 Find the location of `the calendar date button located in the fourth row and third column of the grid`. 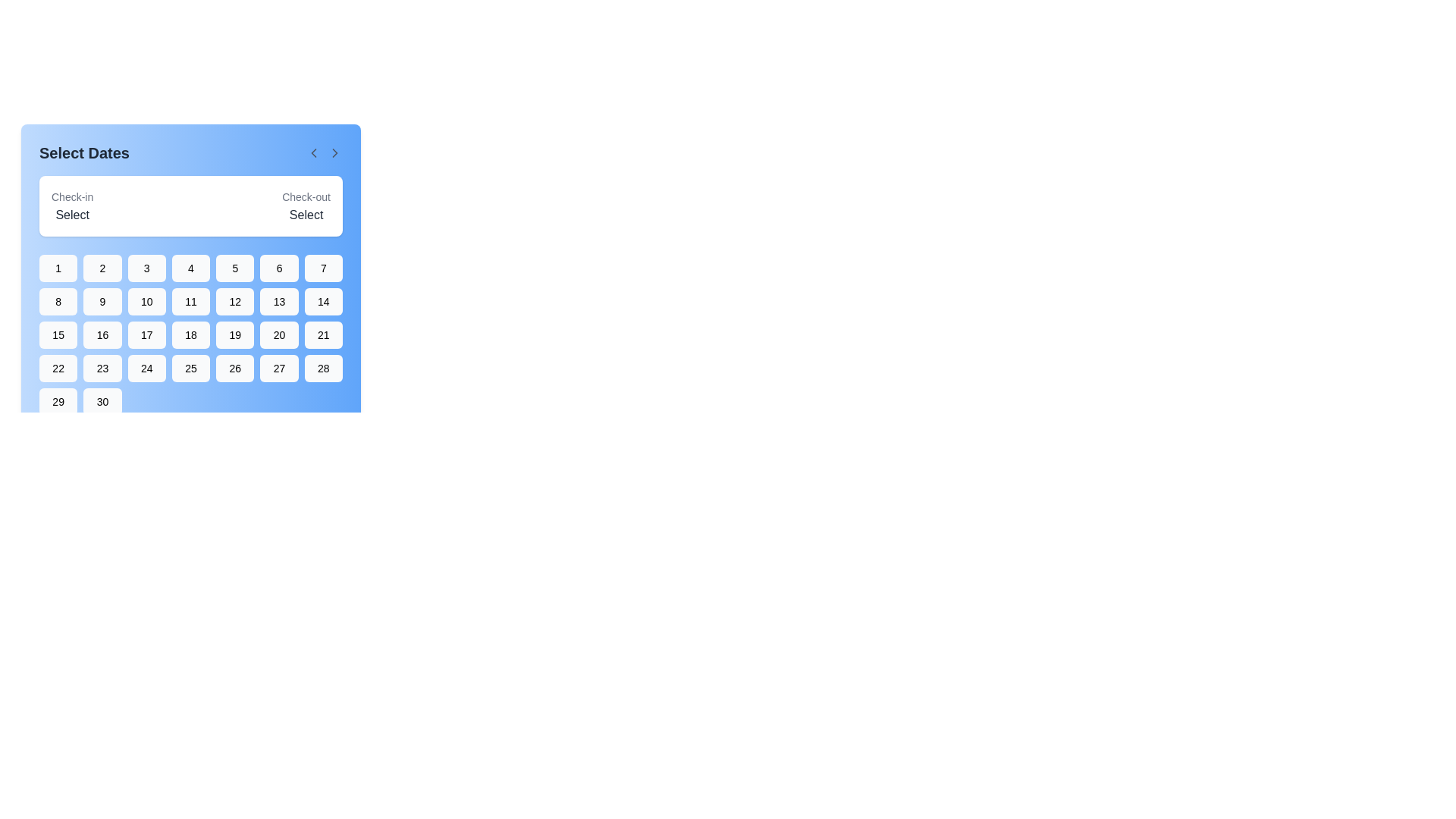

the calendar date button located in the fourth row and third column of the grid is located at coordinates (146, 369).